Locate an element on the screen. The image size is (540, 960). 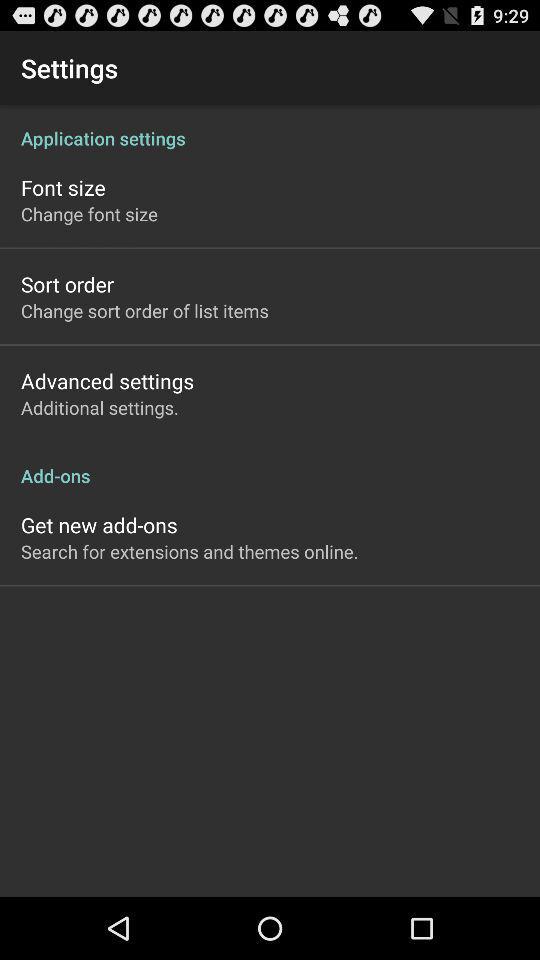
the get new add app is located at coordinates (98, 524).